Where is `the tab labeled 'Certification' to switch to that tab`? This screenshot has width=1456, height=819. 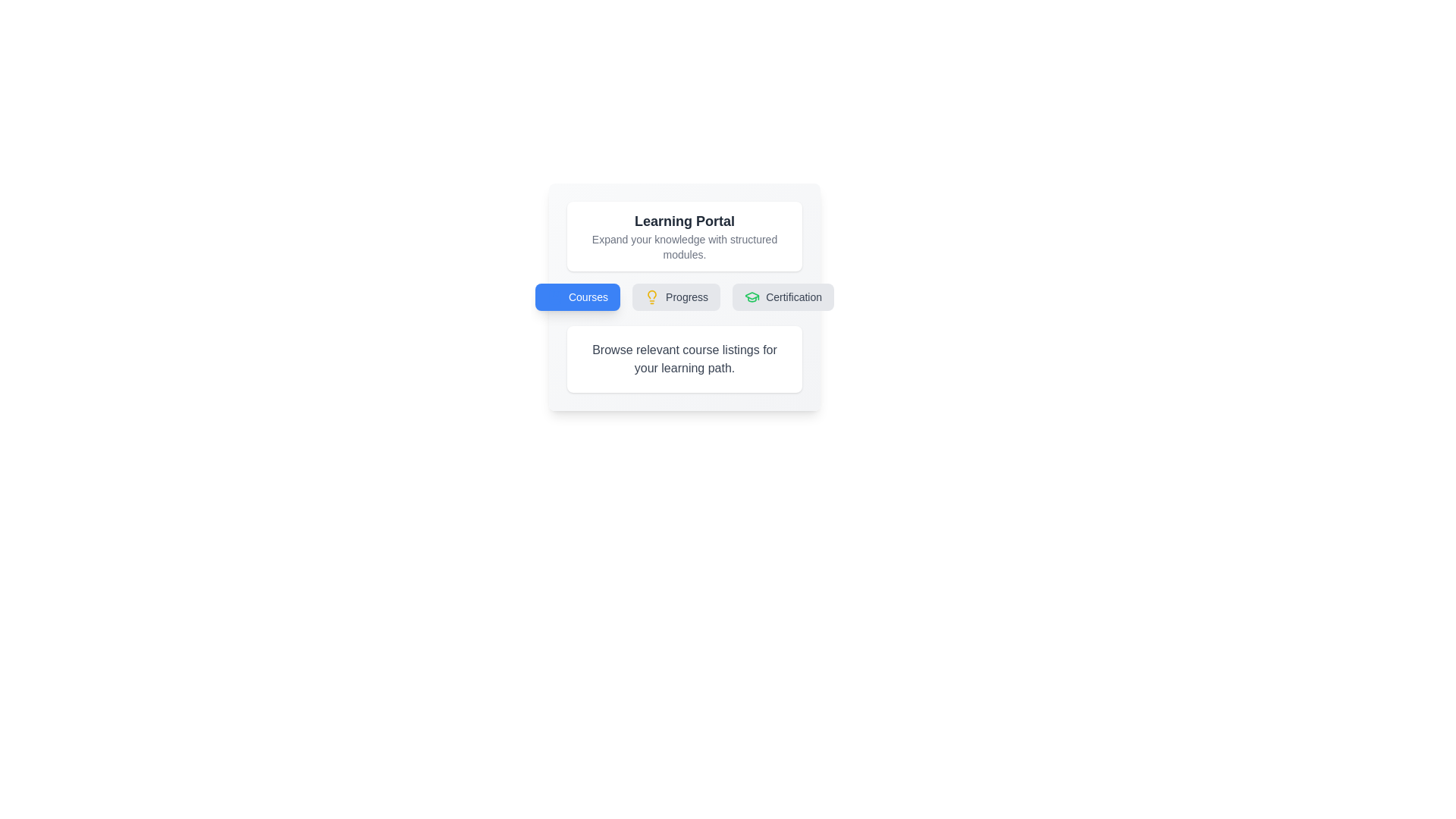 the tab labeled 'Certification' to switch to that tab is located at coordinates (783, 297).